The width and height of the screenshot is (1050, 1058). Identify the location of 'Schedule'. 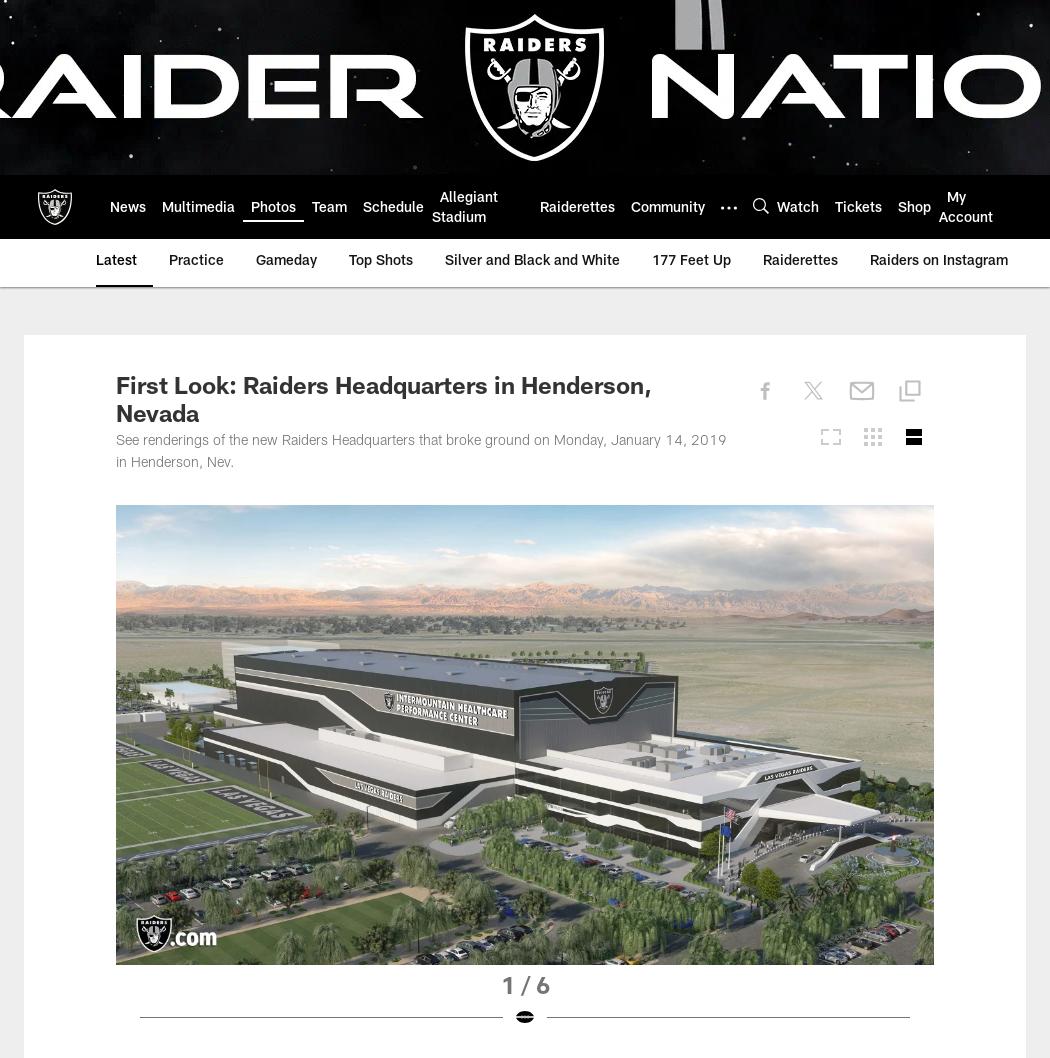
(392, 208).